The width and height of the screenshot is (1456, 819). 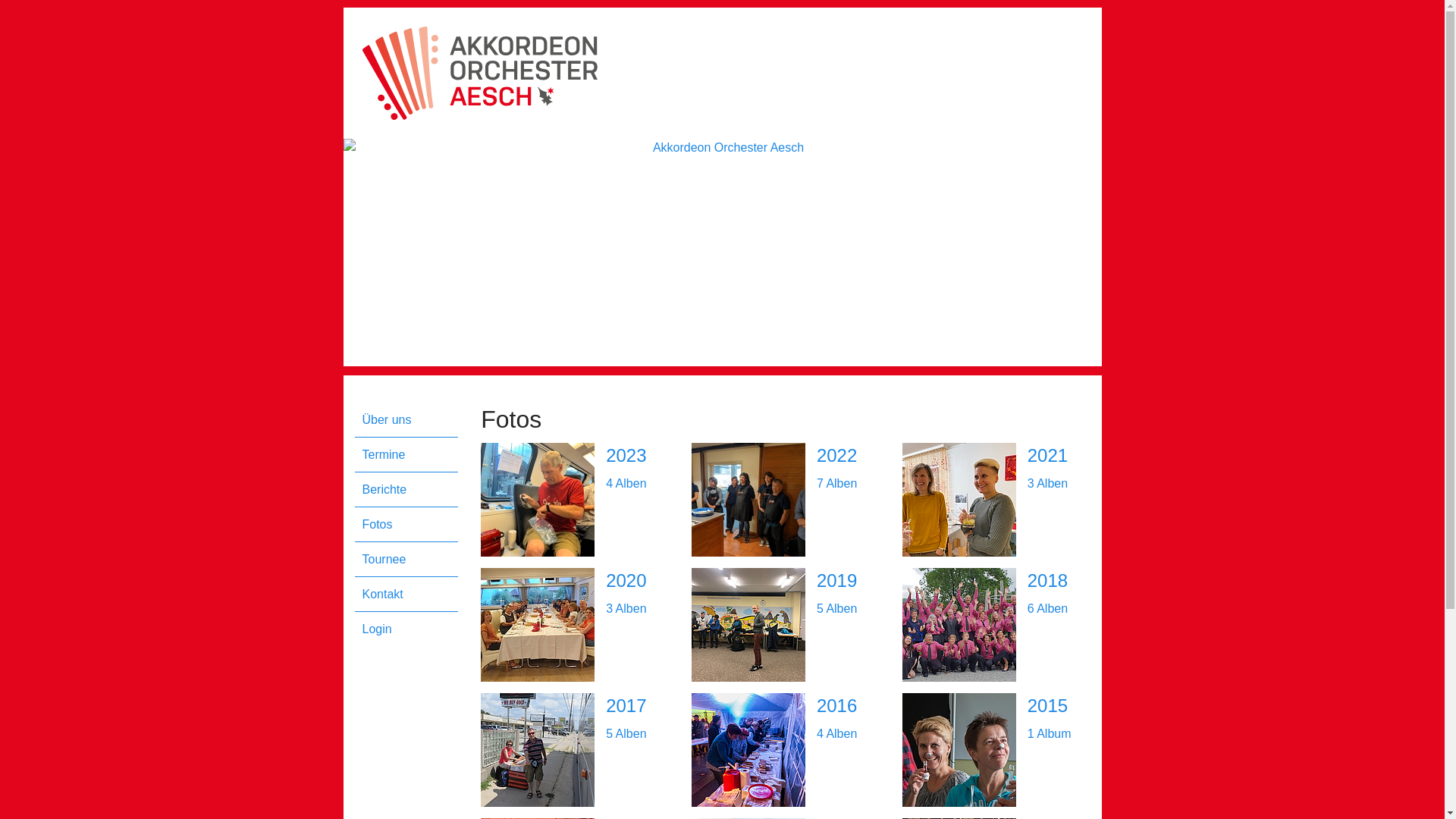 What do you see at coordinates (410, 489) in the screenshot?
I see `'Berichte'` at bounding box center [410, 489].